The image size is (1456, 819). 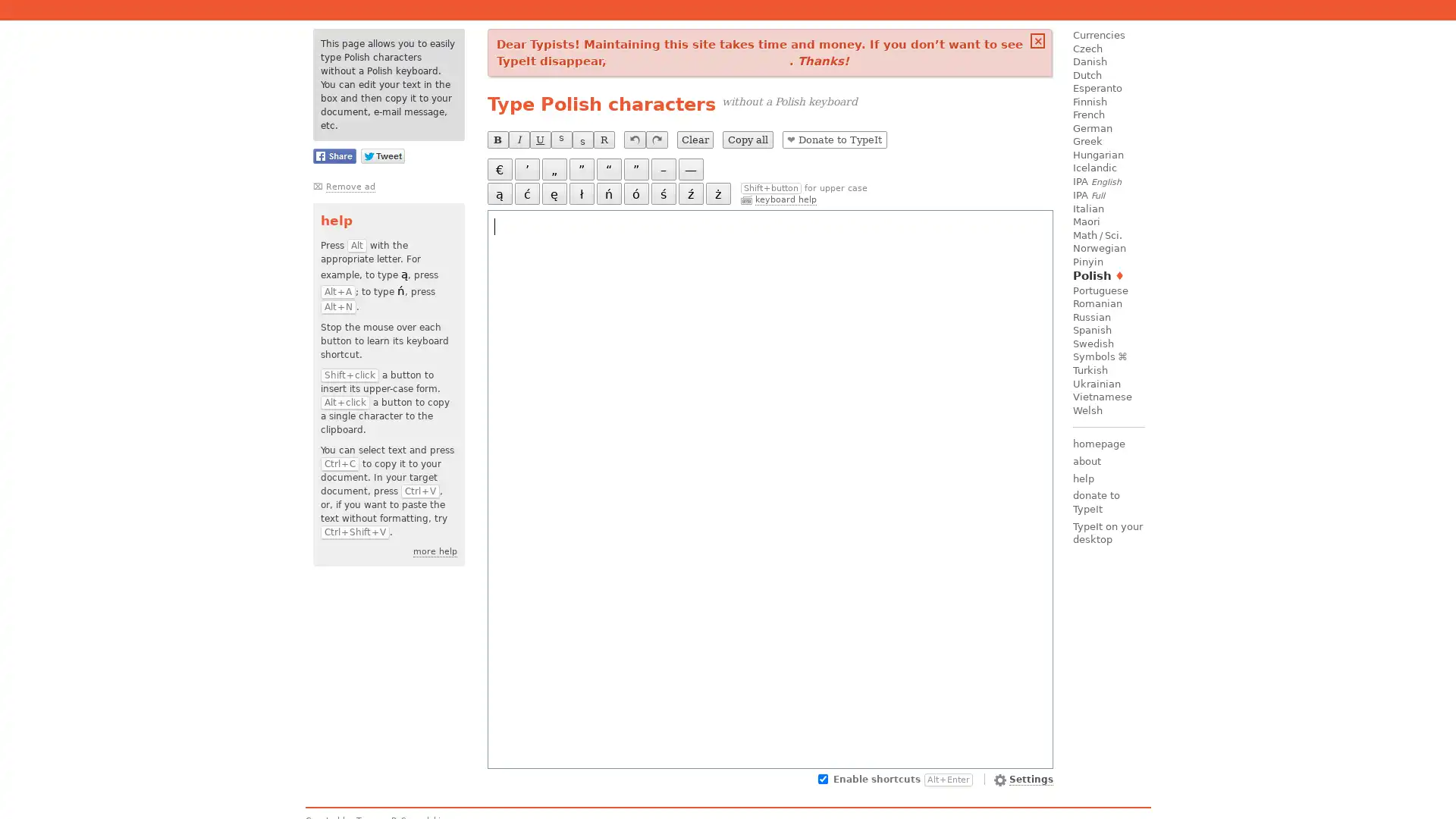 I want to click on U, so click(x=539, y=140).